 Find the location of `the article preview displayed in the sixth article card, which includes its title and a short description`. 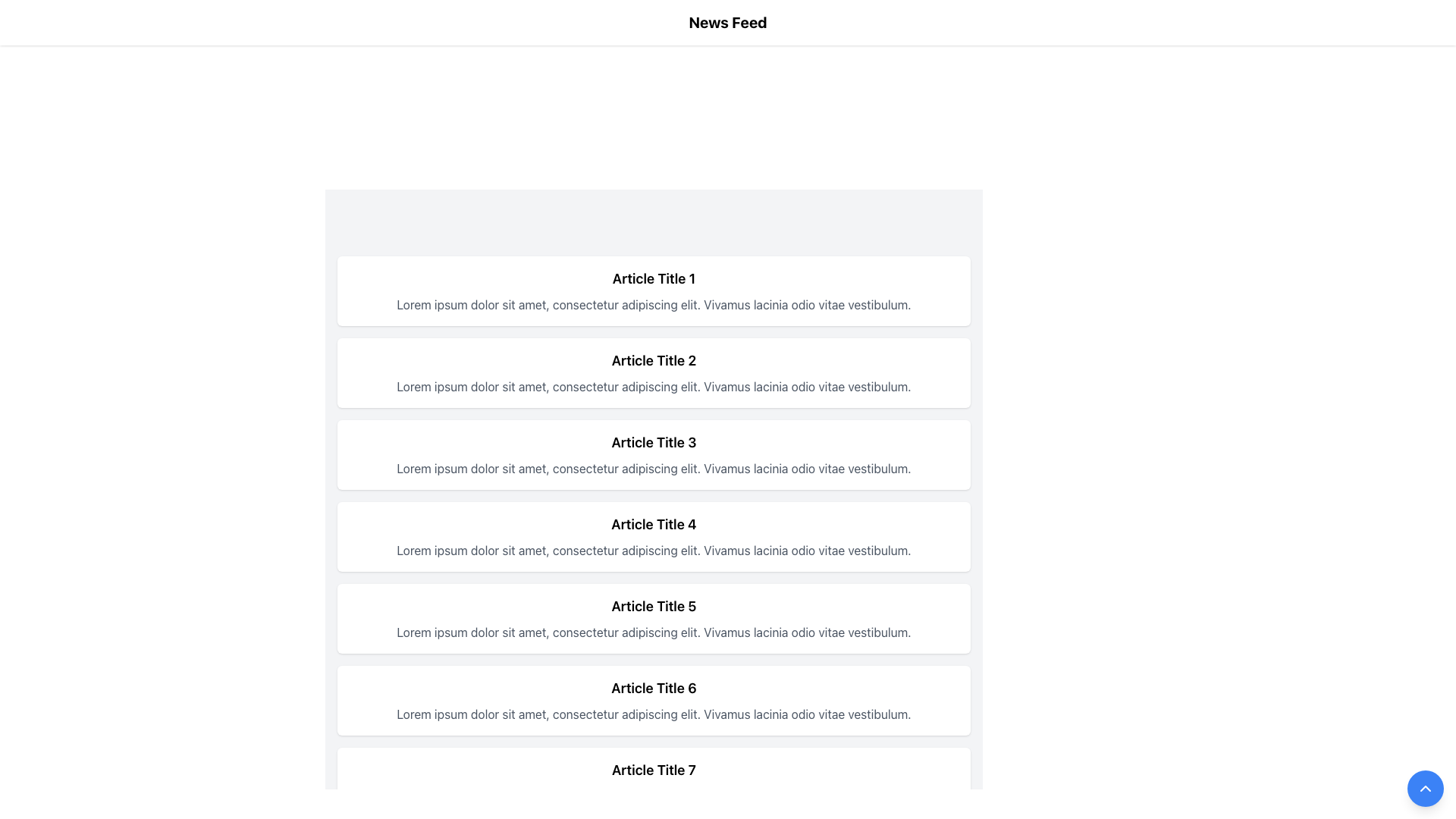

the article preview displayed in the sixth article card, which includes its title and a short description is located at coordinates (654, 701).